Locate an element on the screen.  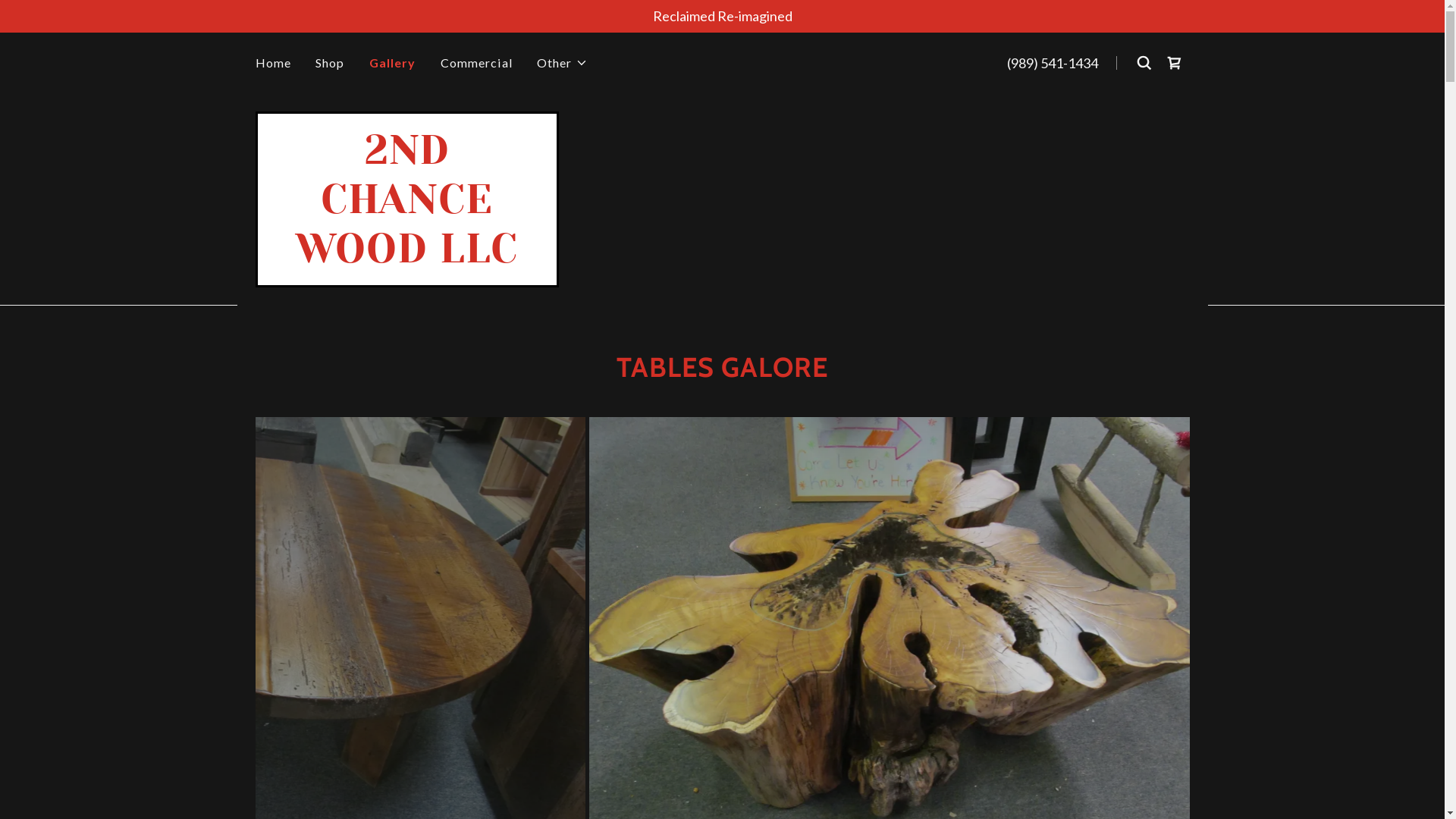
'Other' is located at coordinates (537, 62).